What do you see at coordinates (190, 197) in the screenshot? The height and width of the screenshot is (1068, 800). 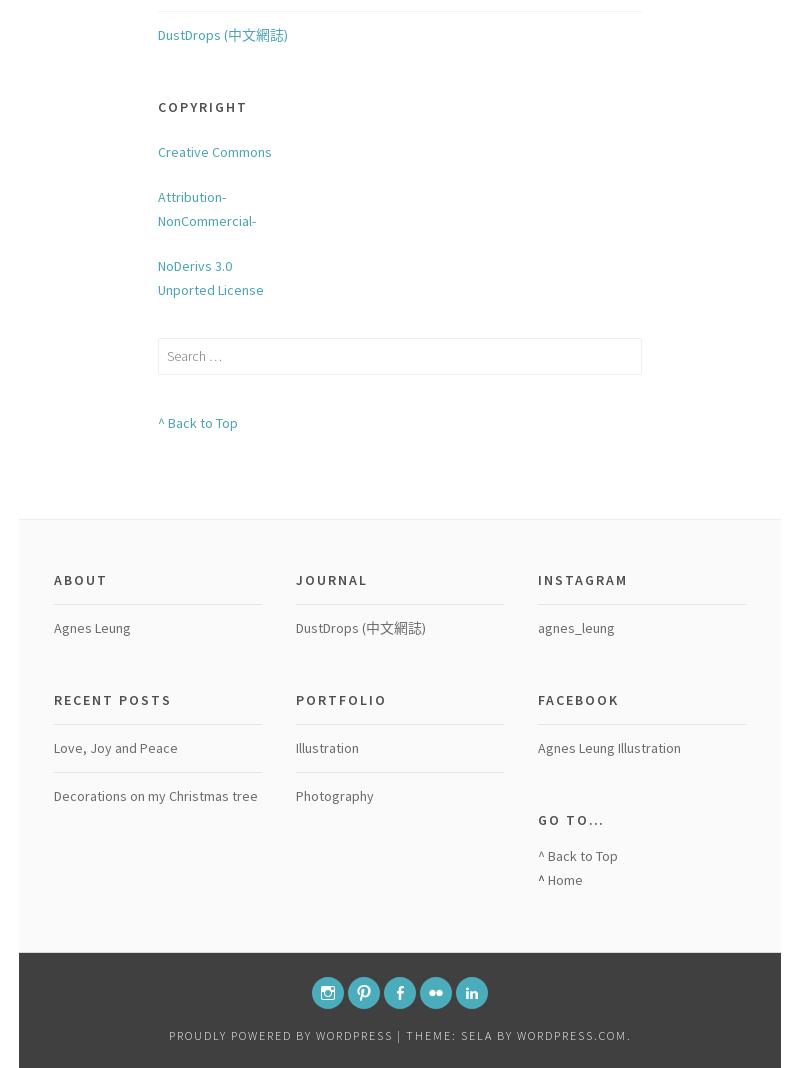 I see `'Attribution-'` at bounding box center [190, 197].